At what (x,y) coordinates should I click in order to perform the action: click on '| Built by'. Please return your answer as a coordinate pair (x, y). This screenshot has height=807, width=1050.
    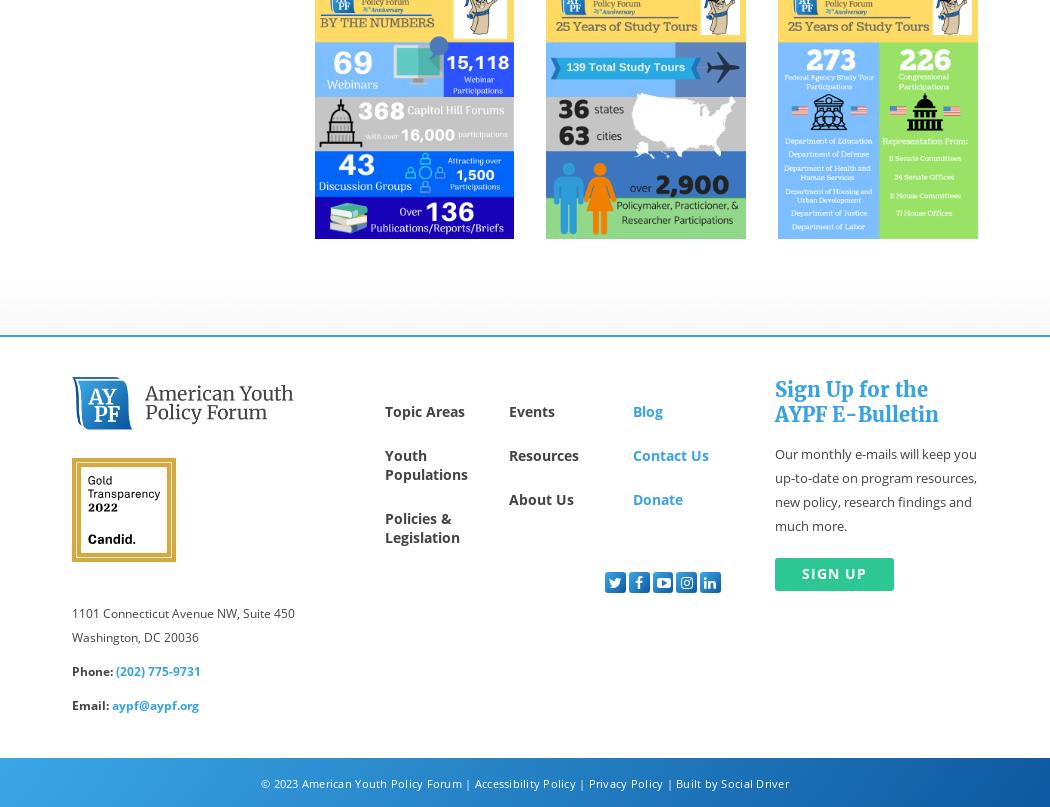
    Looking at the image, I should click on (691, 782).